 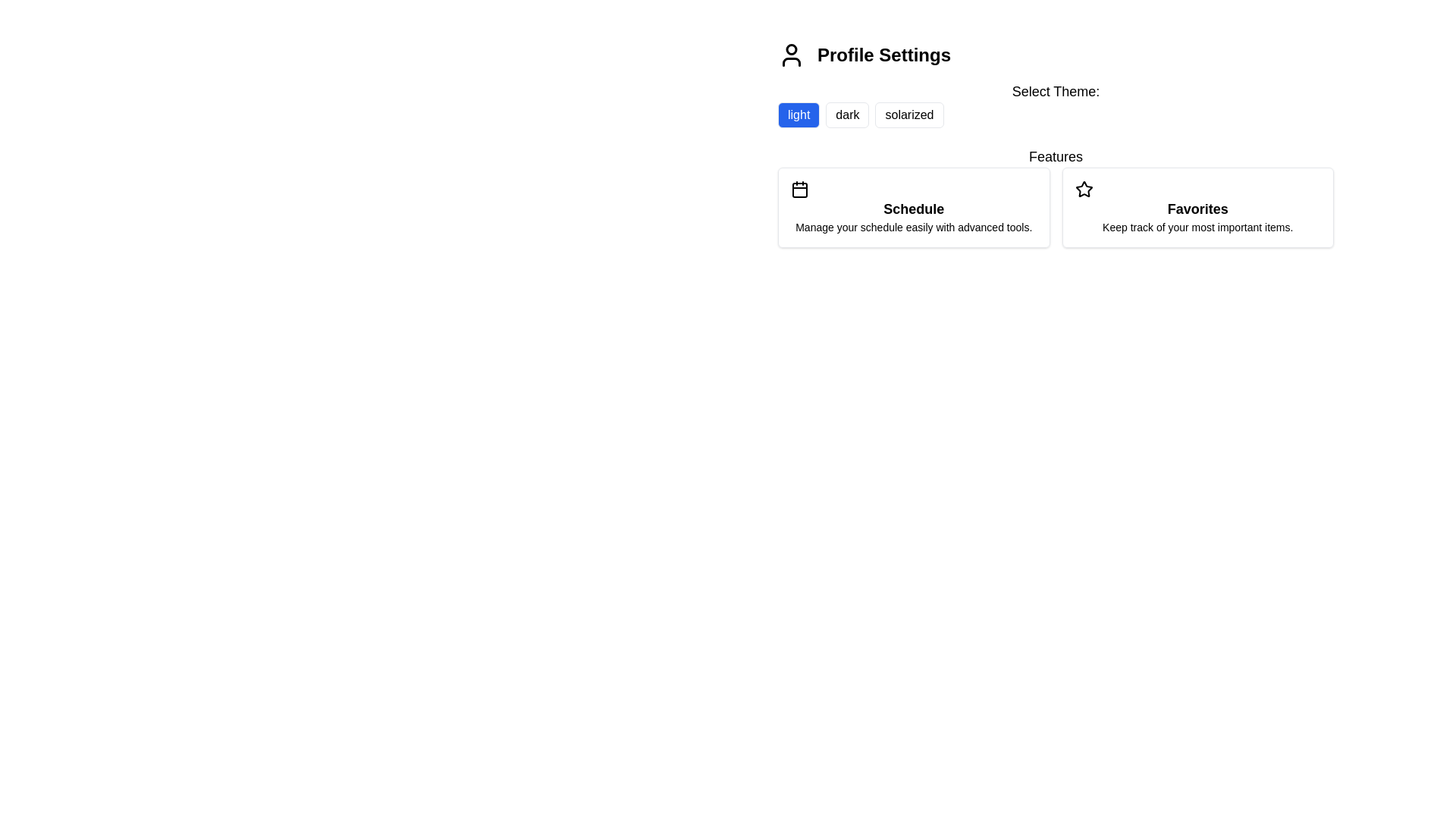 What do you see at coordinates (884, 55) in the screenshot?
I see `the 'Profile Settings' text label located towards the top-left of the interface, which is aligned to the right of the user icon` at bounding box center [884, 55].